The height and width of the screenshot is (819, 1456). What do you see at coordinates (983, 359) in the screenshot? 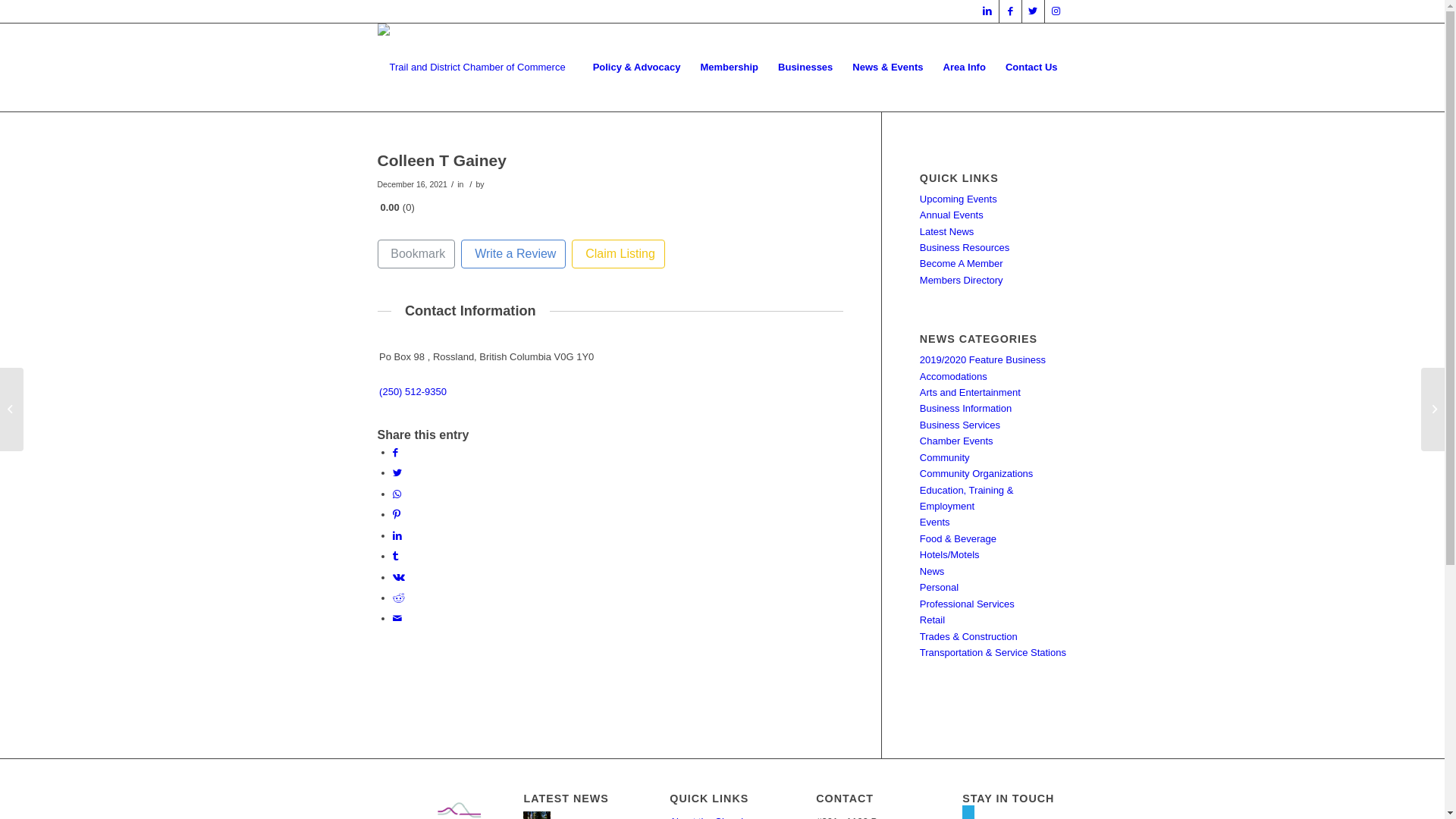
I see `'2019/2020 Feature Business'` at bounding box center [983, 359].